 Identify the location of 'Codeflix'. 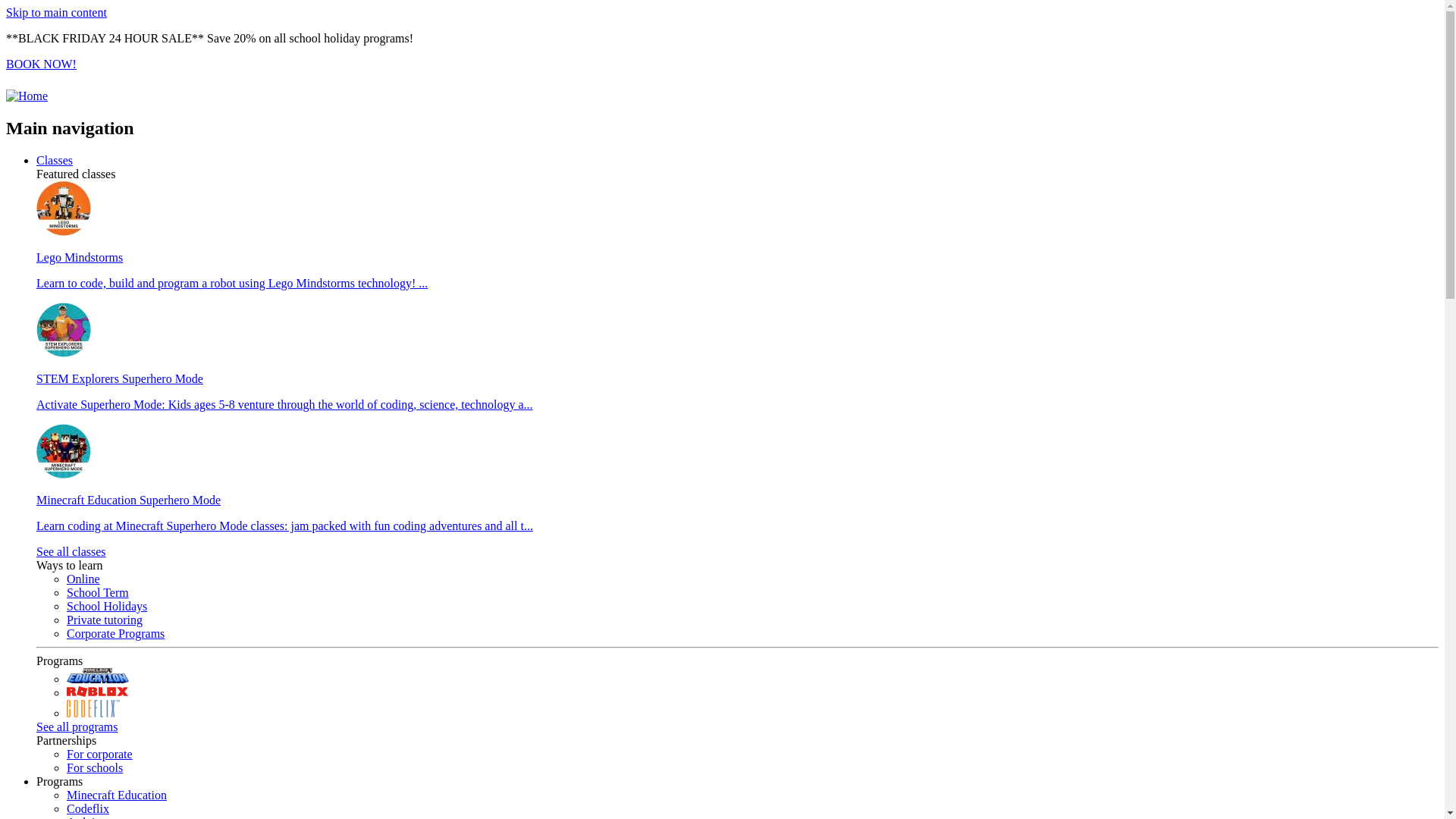
(86, 808).